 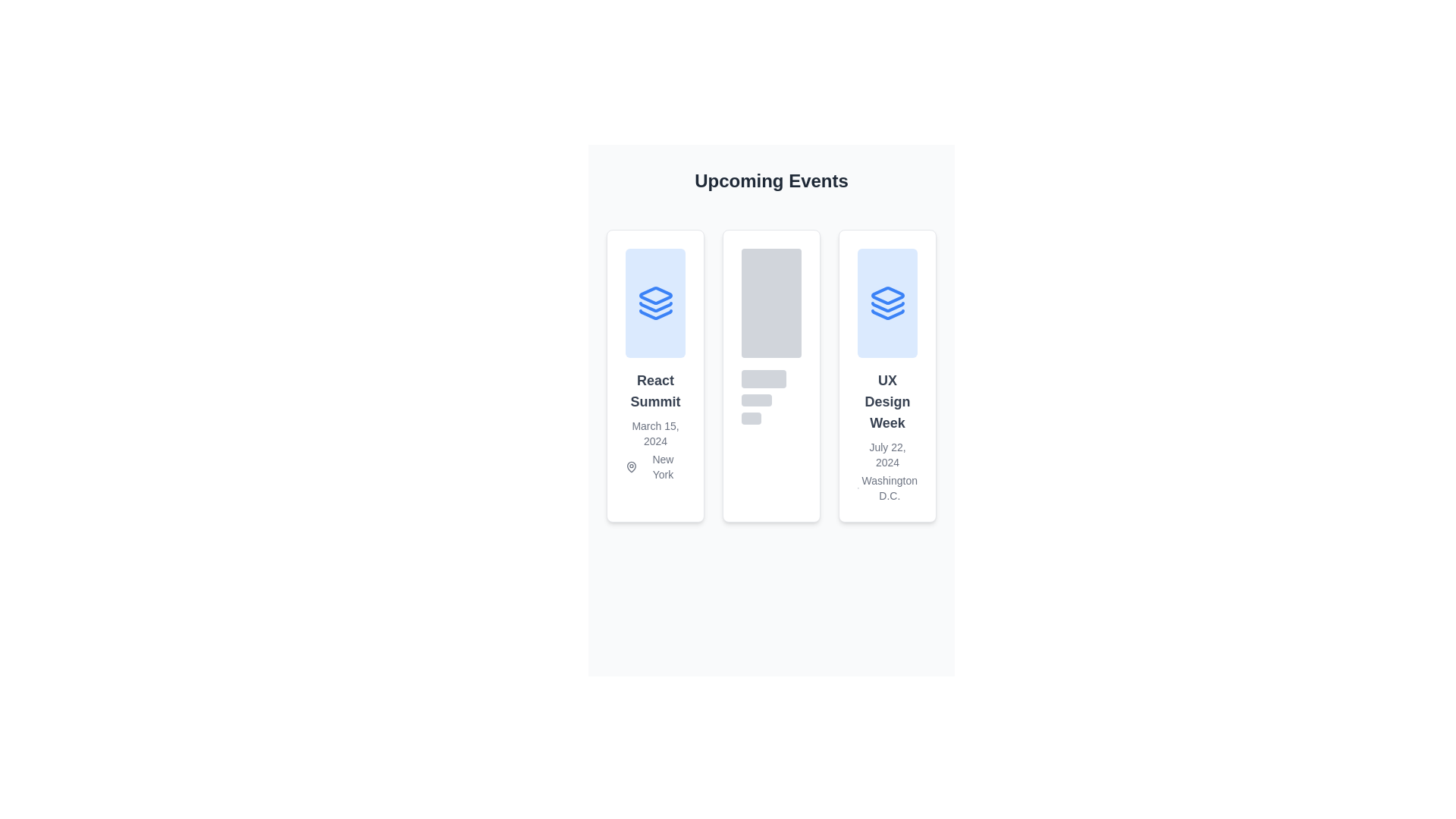 I want to click on the Event Information Card presenting details for 'UX Design Week', which is the third card in a horizontal series of three cards located on the right side, so click(x=887, y=375).